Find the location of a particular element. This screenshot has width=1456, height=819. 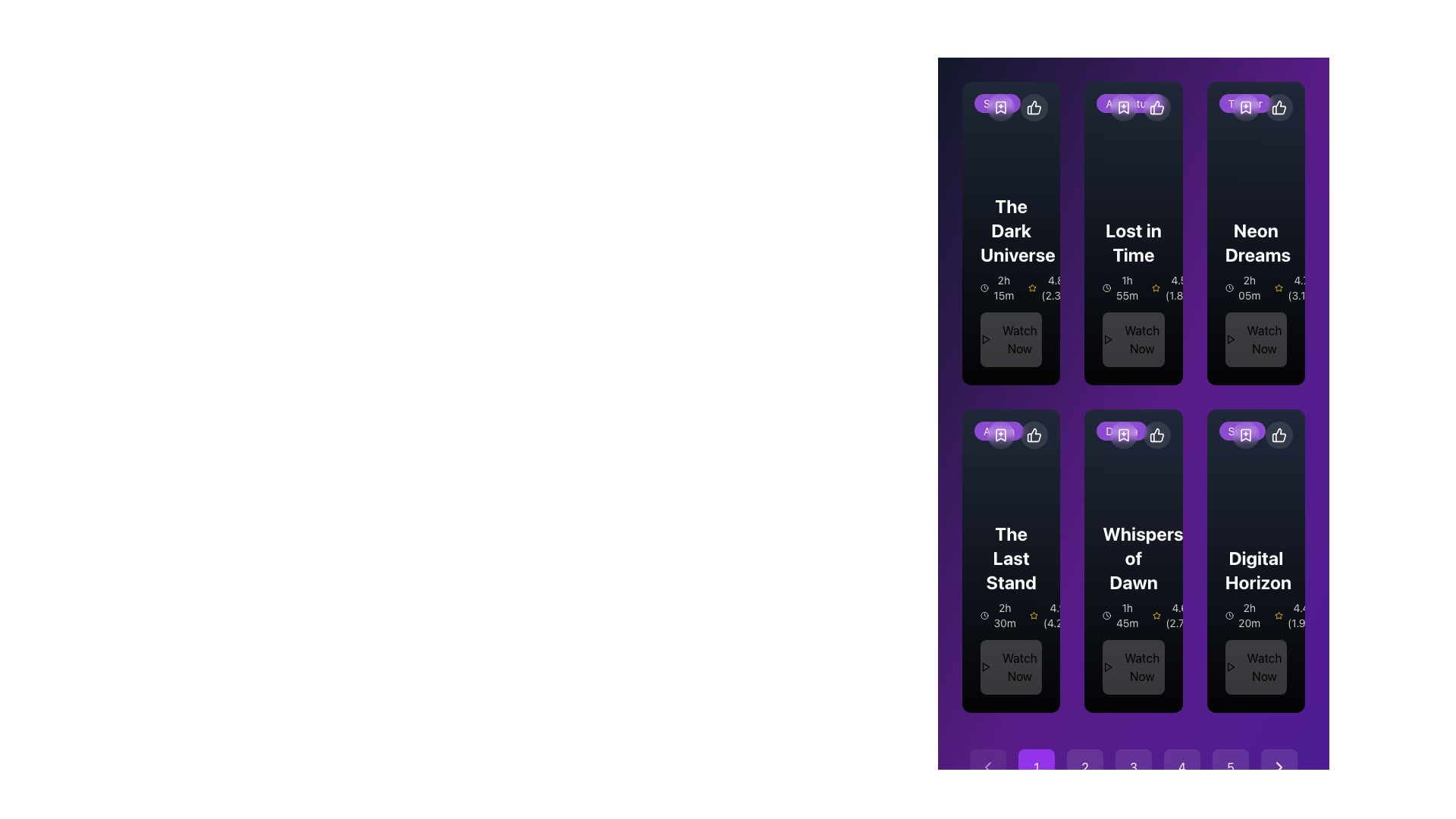

the second circular button with a white icon located at the top-right corner of its associated card is located at coordinates (1034, 435).